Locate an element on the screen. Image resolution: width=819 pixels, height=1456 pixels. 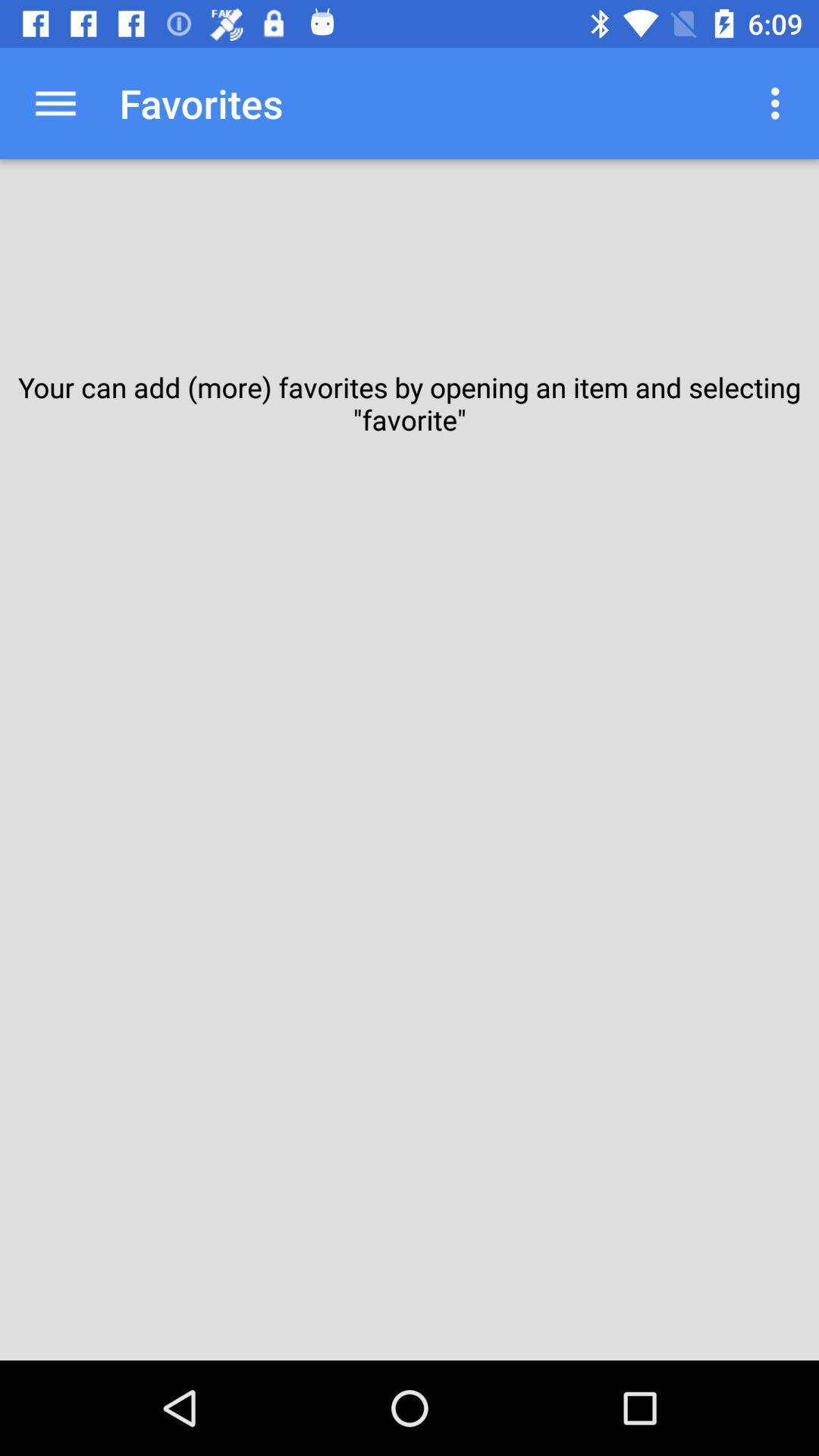
icon next to the favorites app is located at coordinates (779, 102).